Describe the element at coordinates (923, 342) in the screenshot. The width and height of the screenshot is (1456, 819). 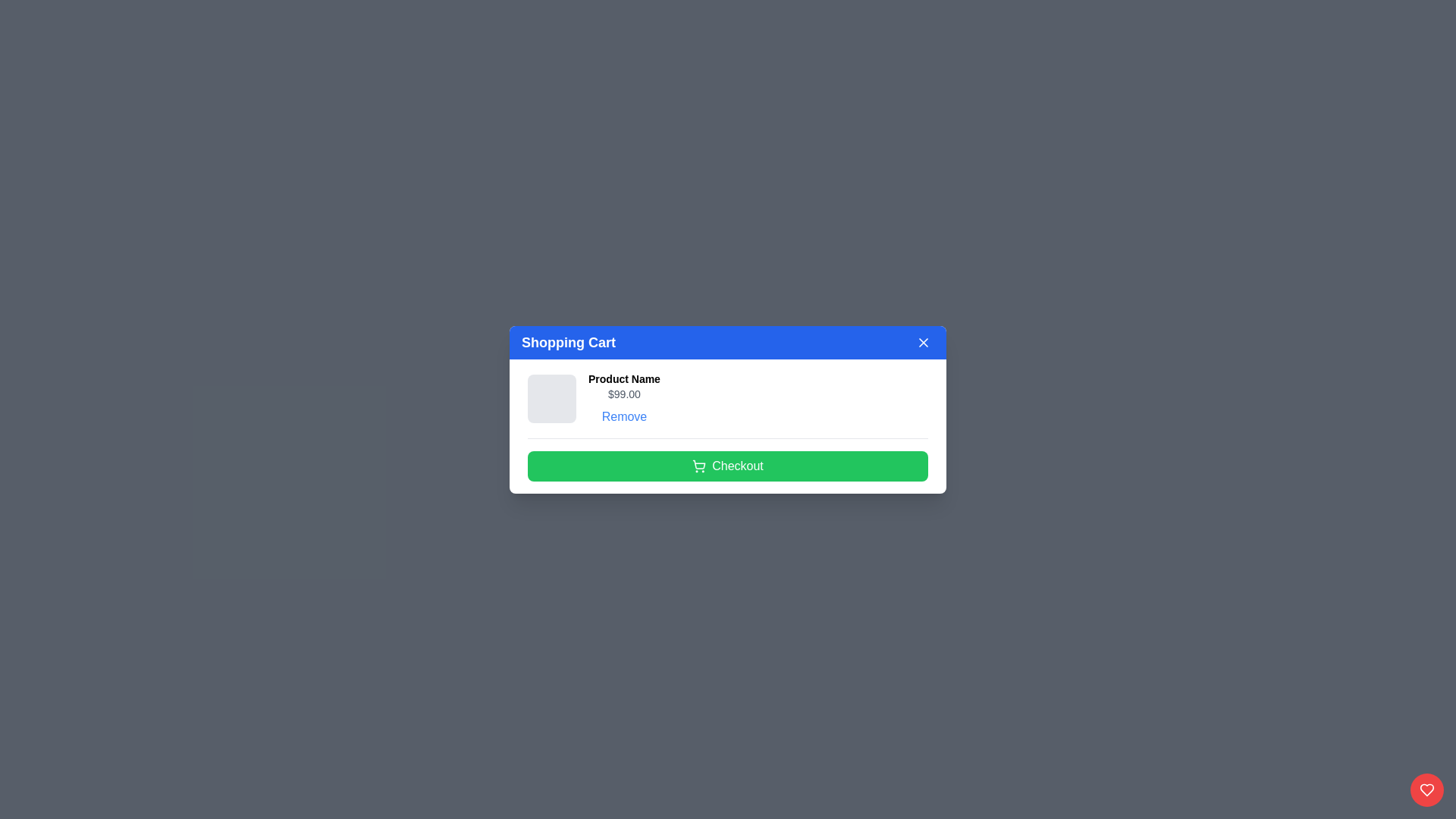
I see `the circular blue button with a white 'X' icon` at that location.